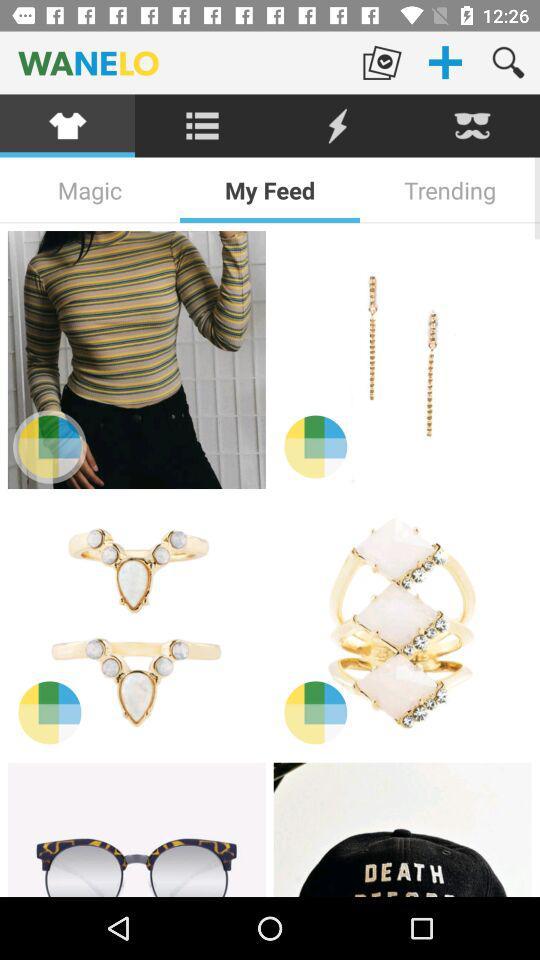 The height and width of the screenshot is (960, 540). I want to click on glasses, so click(135, 829).